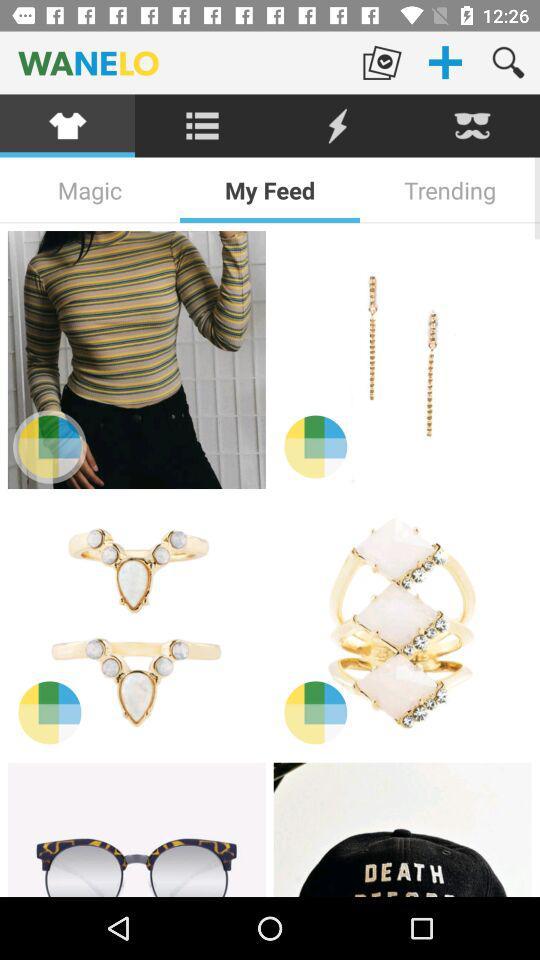 The height and width of the screenshot is (960, 540). I want to click on glasses, so click(135, 829).